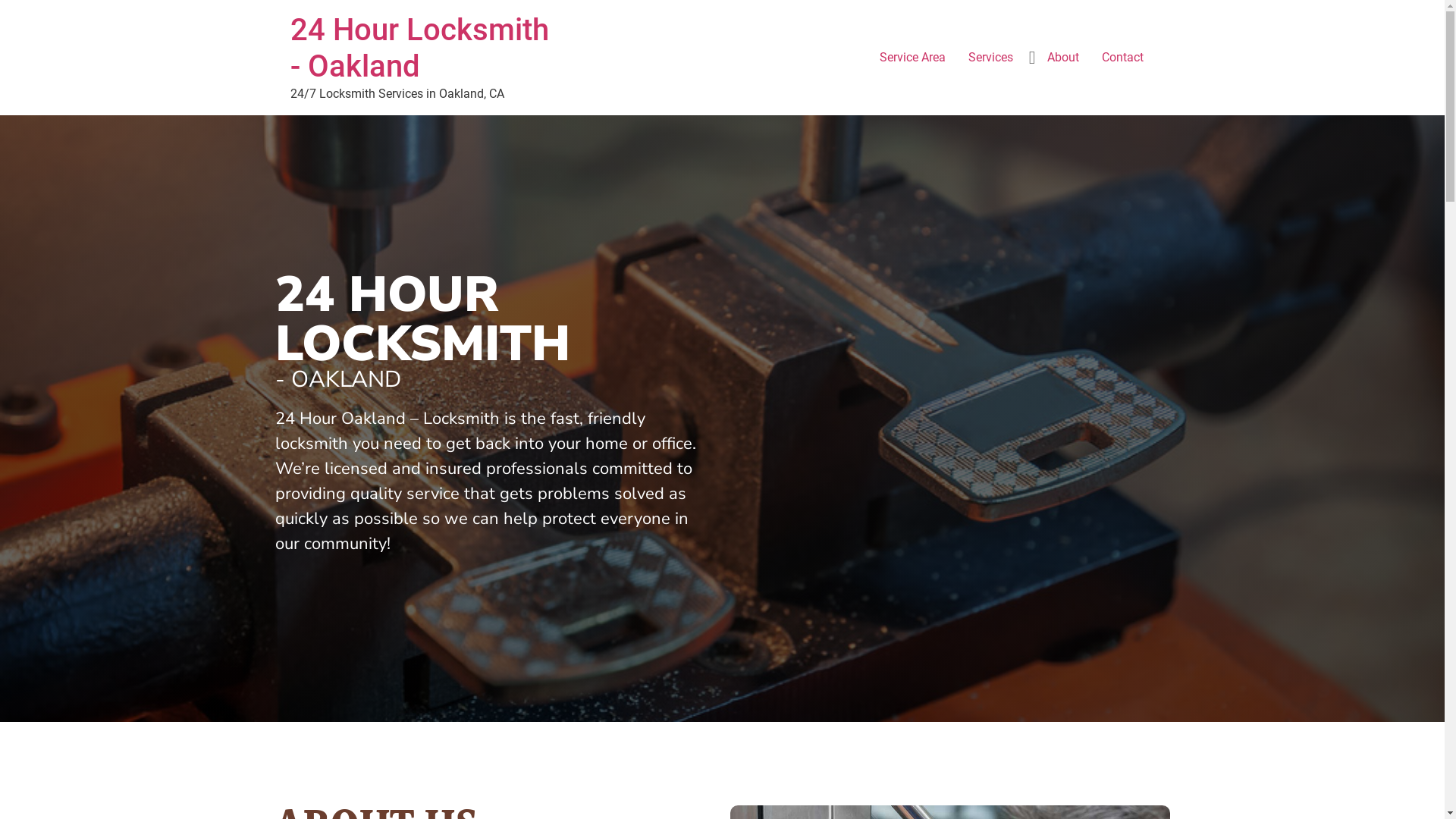  What do you see at coordinates (721, 140) in the screenshot?
I see `'Service Area'` at bounding box center [721, 140].